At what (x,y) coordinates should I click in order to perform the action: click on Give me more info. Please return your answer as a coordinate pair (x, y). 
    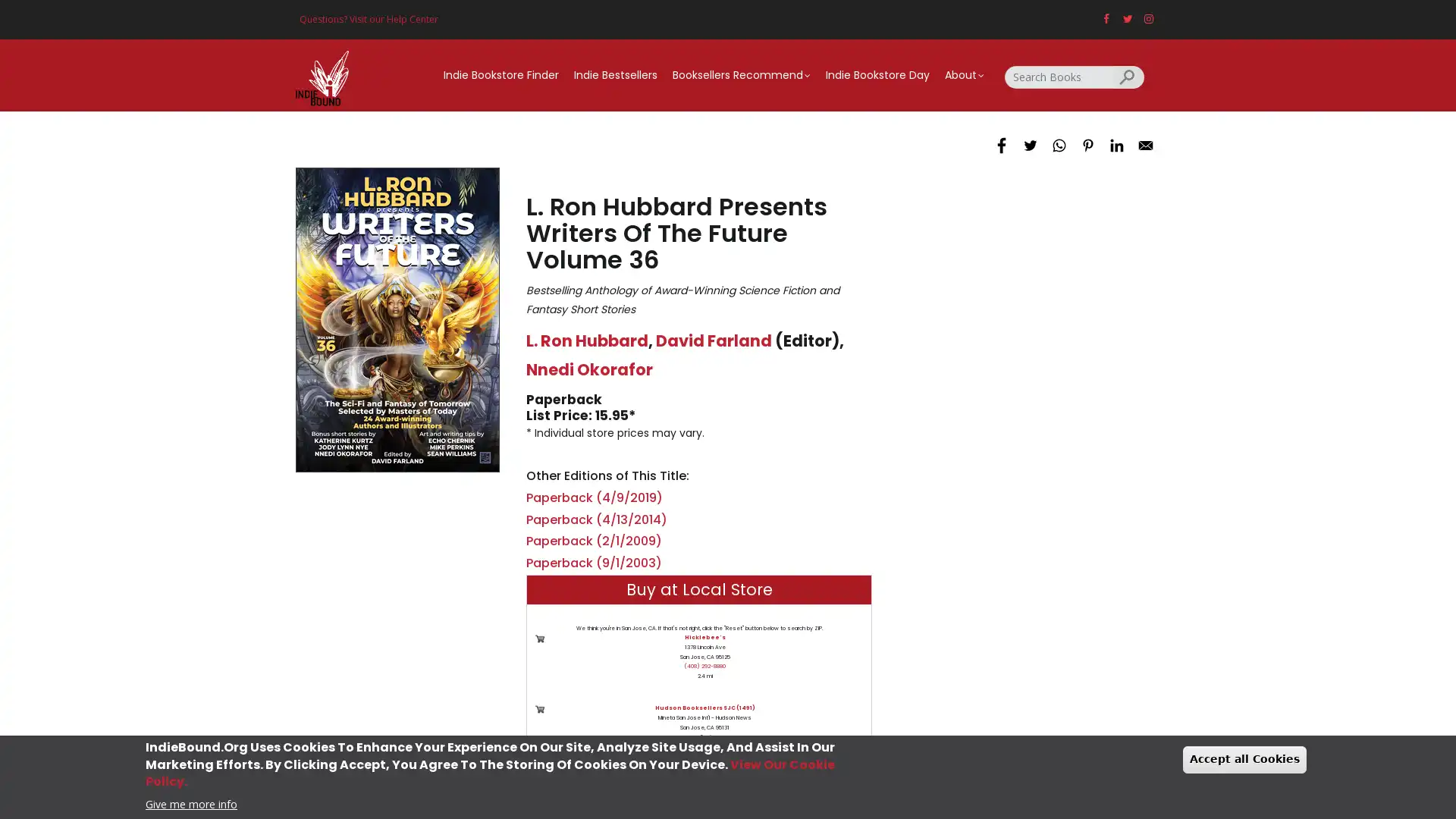
    Looking at the image, I should click on (190, 802).